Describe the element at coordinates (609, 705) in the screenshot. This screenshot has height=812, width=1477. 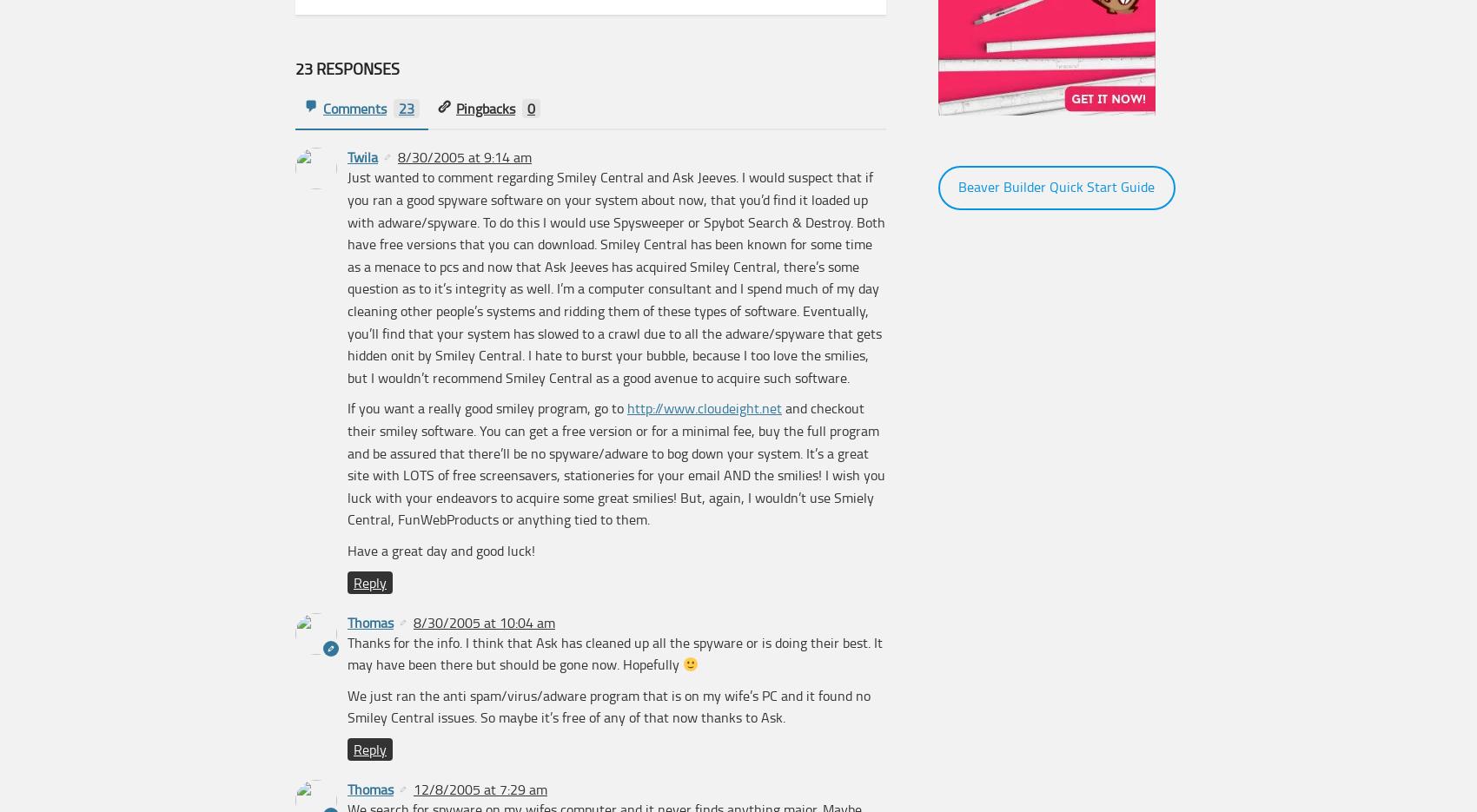
I see `'We just ran the anti spam/virus/adware program that is on my wife’s PC and it found no Smiley Central issues. So maybe it’s free of any of that now thanks to Ask.'` at that location.